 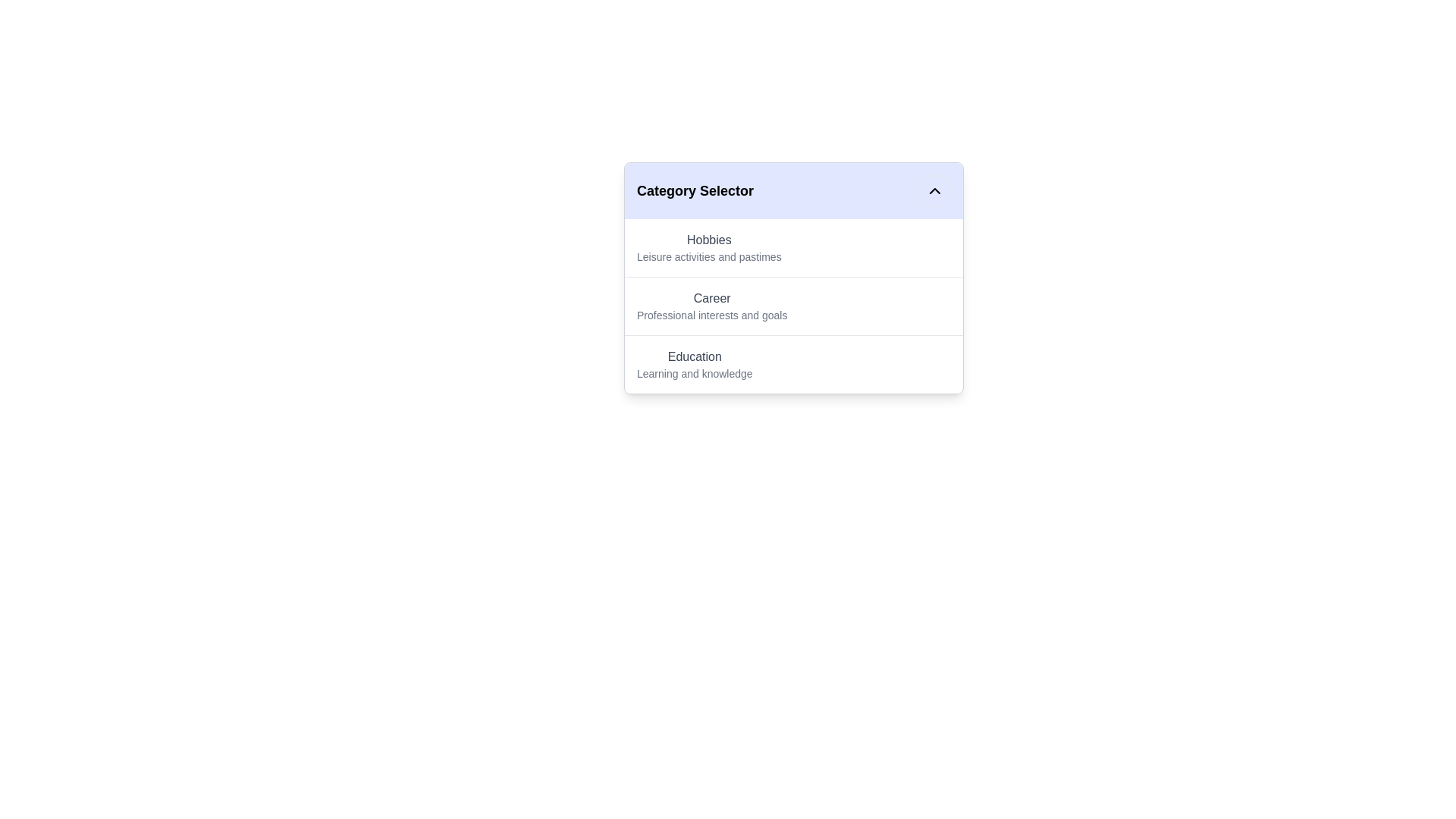 I want to click on the static text element that reads 'Learning and knowledge', which is styled in smaller gray font and positioned directly beneath the 'Education' title, so click(x=694, y=374).